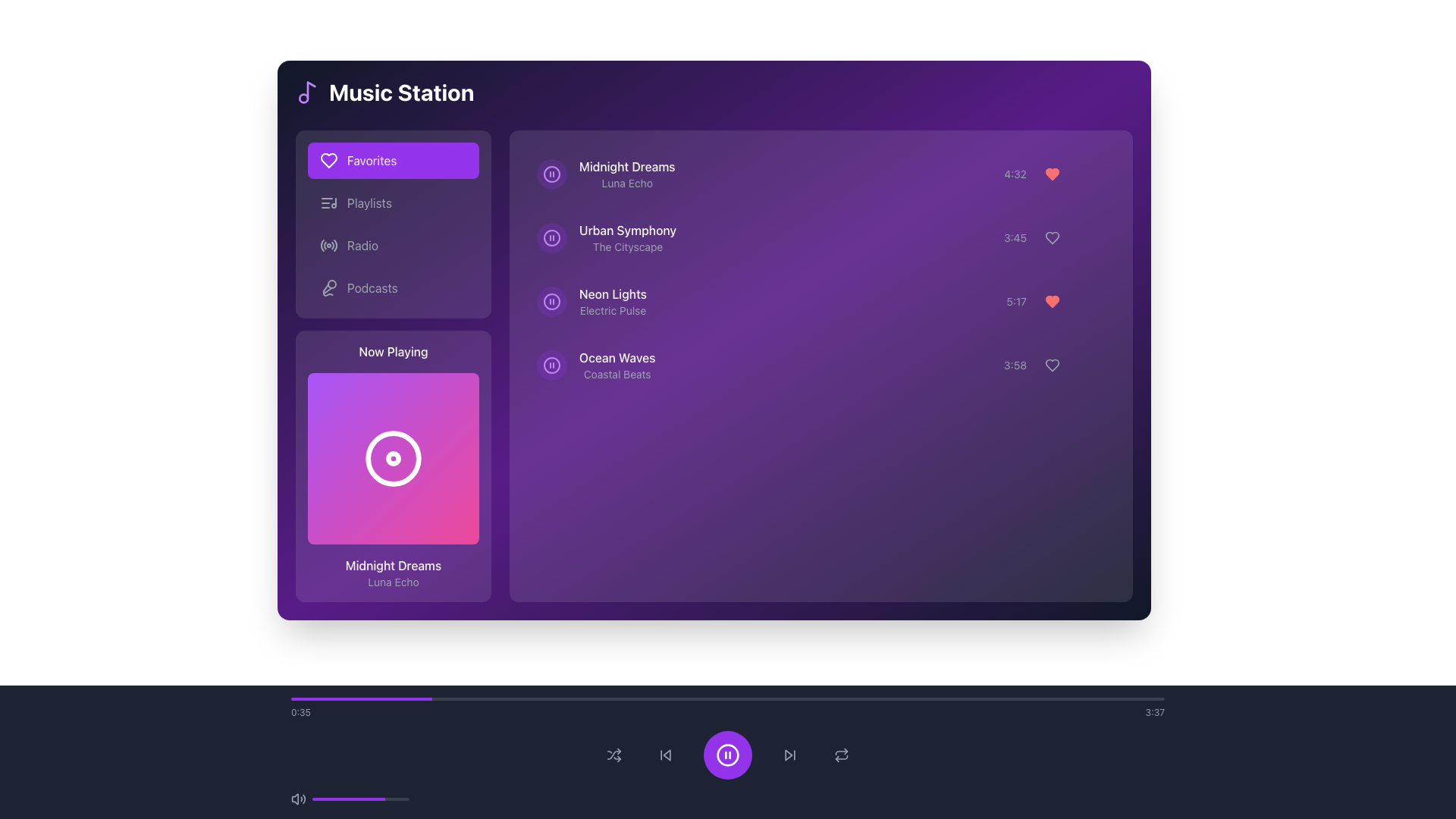 This screenshot has height=819, width=1456. Describe the element at coordinates (840, 755) in the screenshot. I see `the repeat icon button, which is the rightmost icon on the bottom control bar` at that location.